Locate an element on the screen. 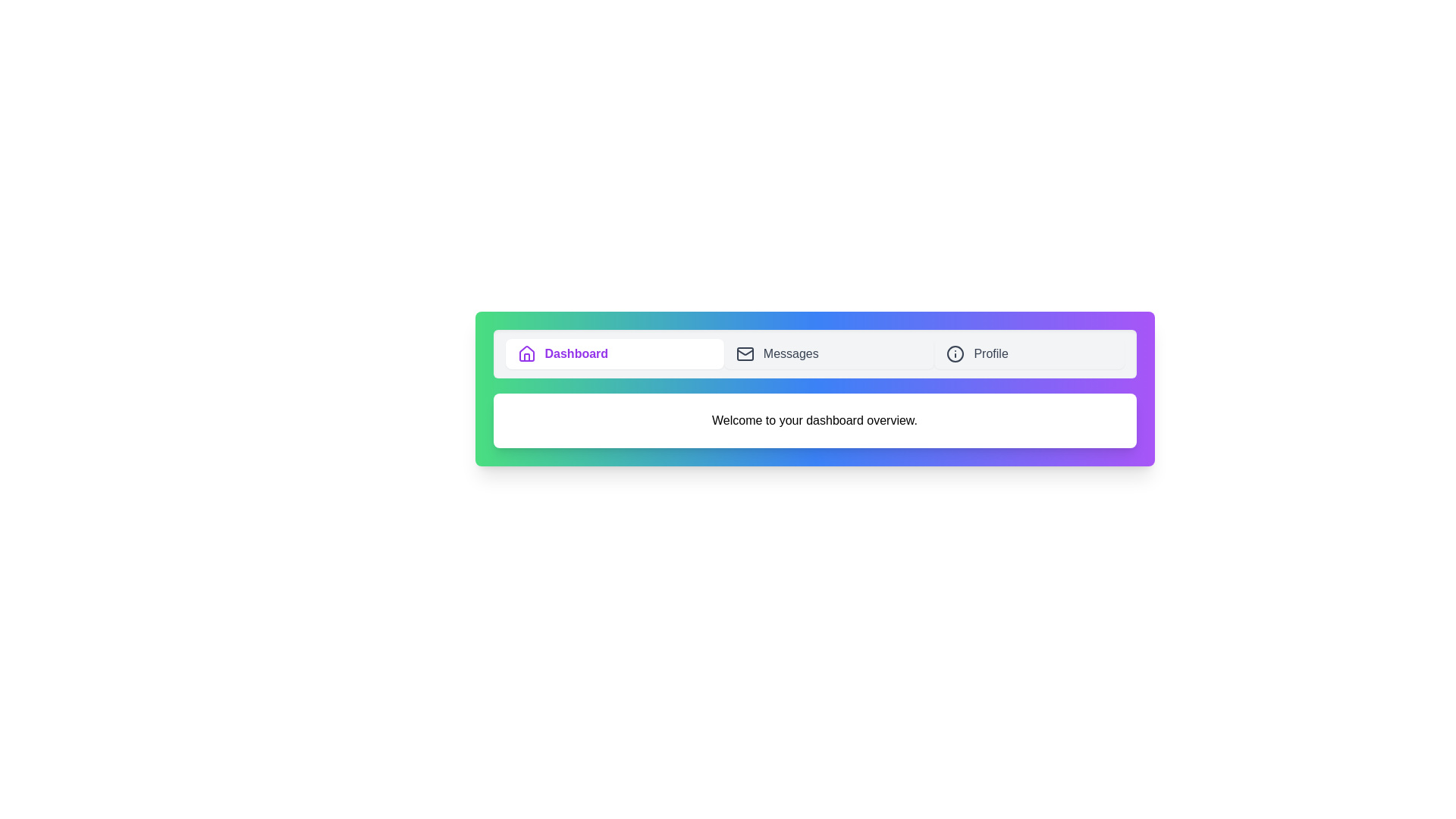  the tab labeled Messages to observe the visual changes is located at coordinates (829, 353).